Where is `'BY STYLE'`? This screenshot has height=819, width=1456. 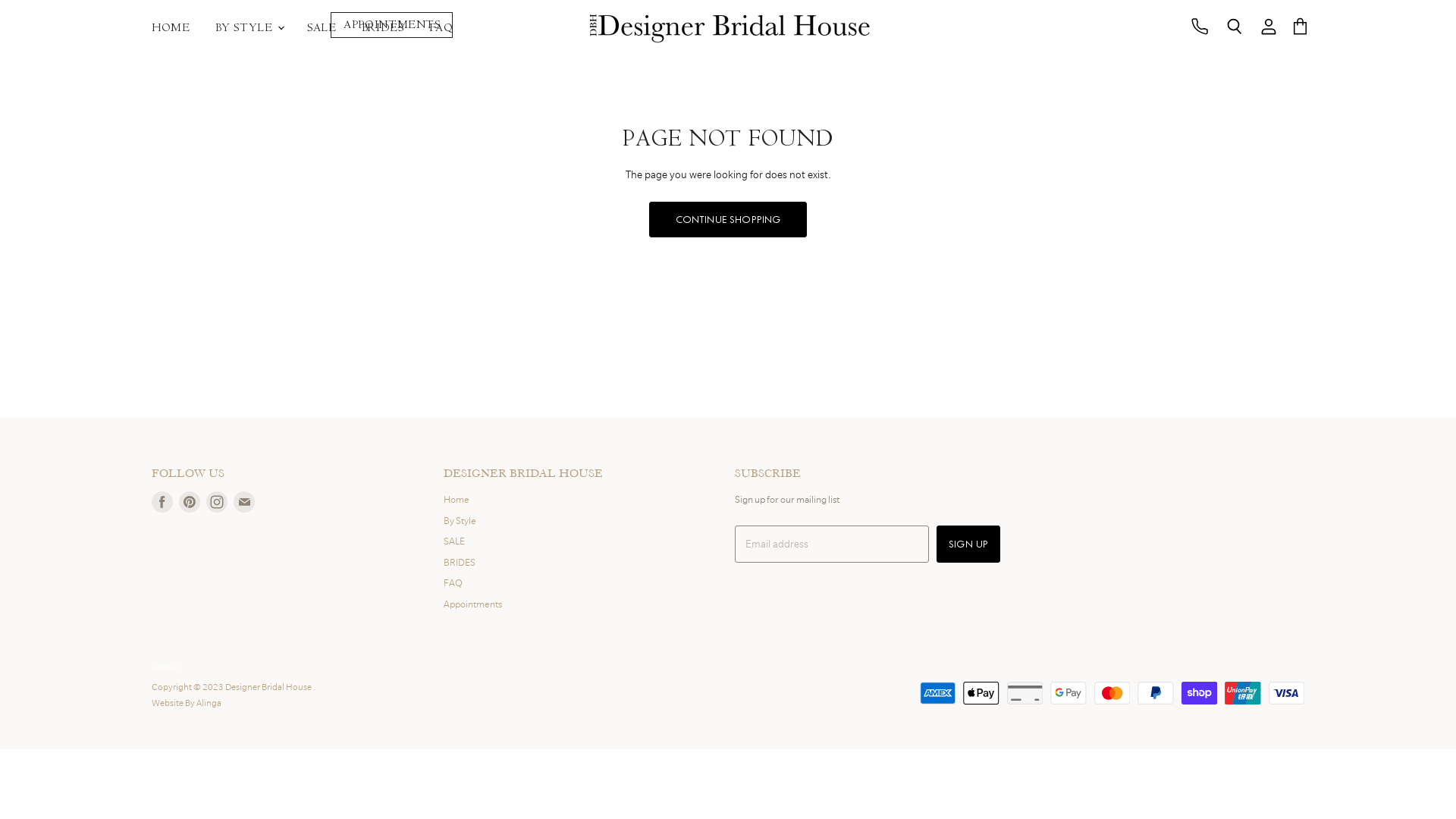 'BY STYLE' is located at coordinates (249, 27).